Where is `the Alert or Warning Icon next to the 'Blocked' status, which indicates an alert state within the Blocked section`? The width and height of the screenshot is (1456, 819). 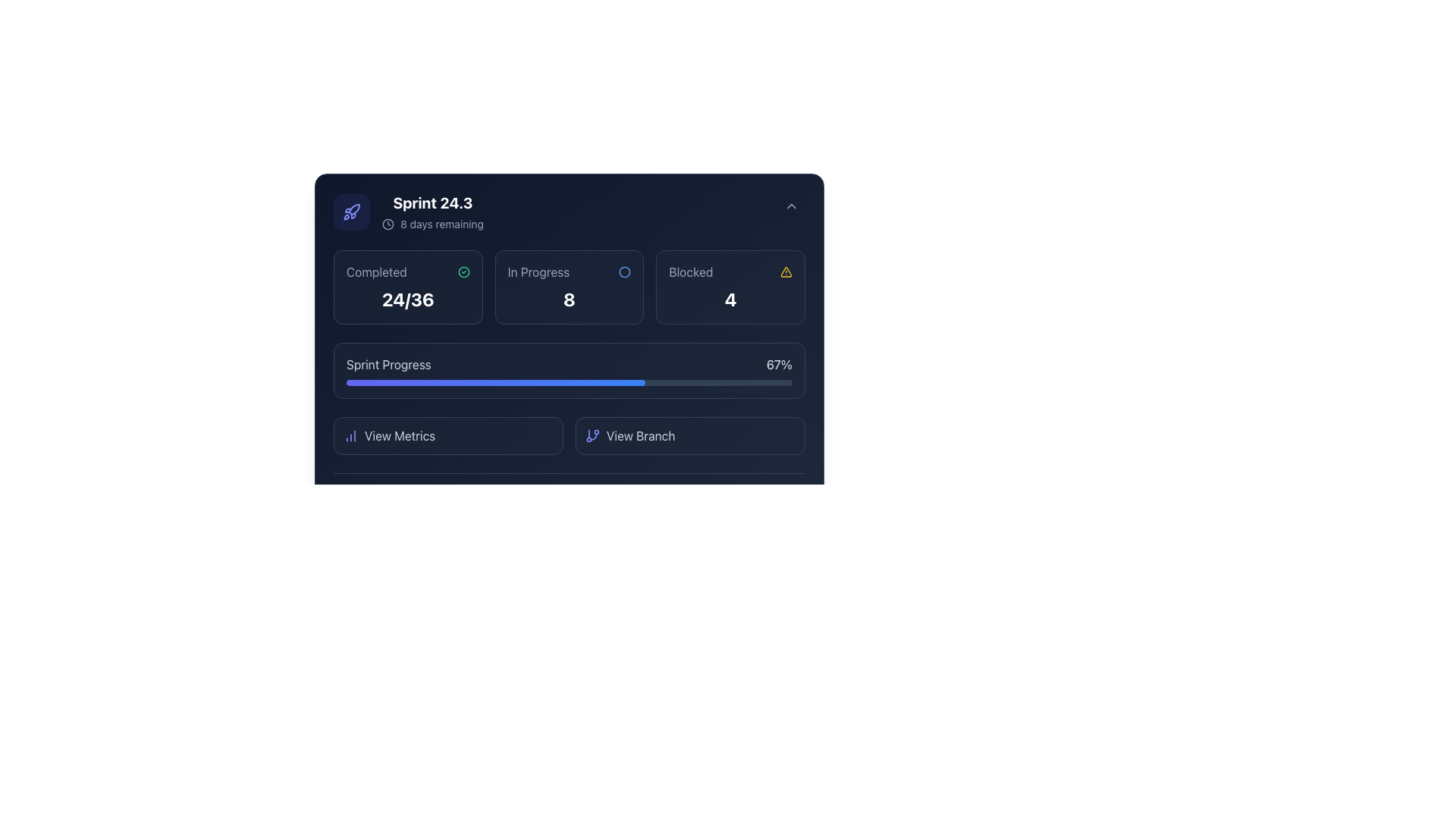 the Alert or Warning Icon next to the 'Blocked' status, which indicates an alert state within the Blocked section is located at coordinates (786, 271).